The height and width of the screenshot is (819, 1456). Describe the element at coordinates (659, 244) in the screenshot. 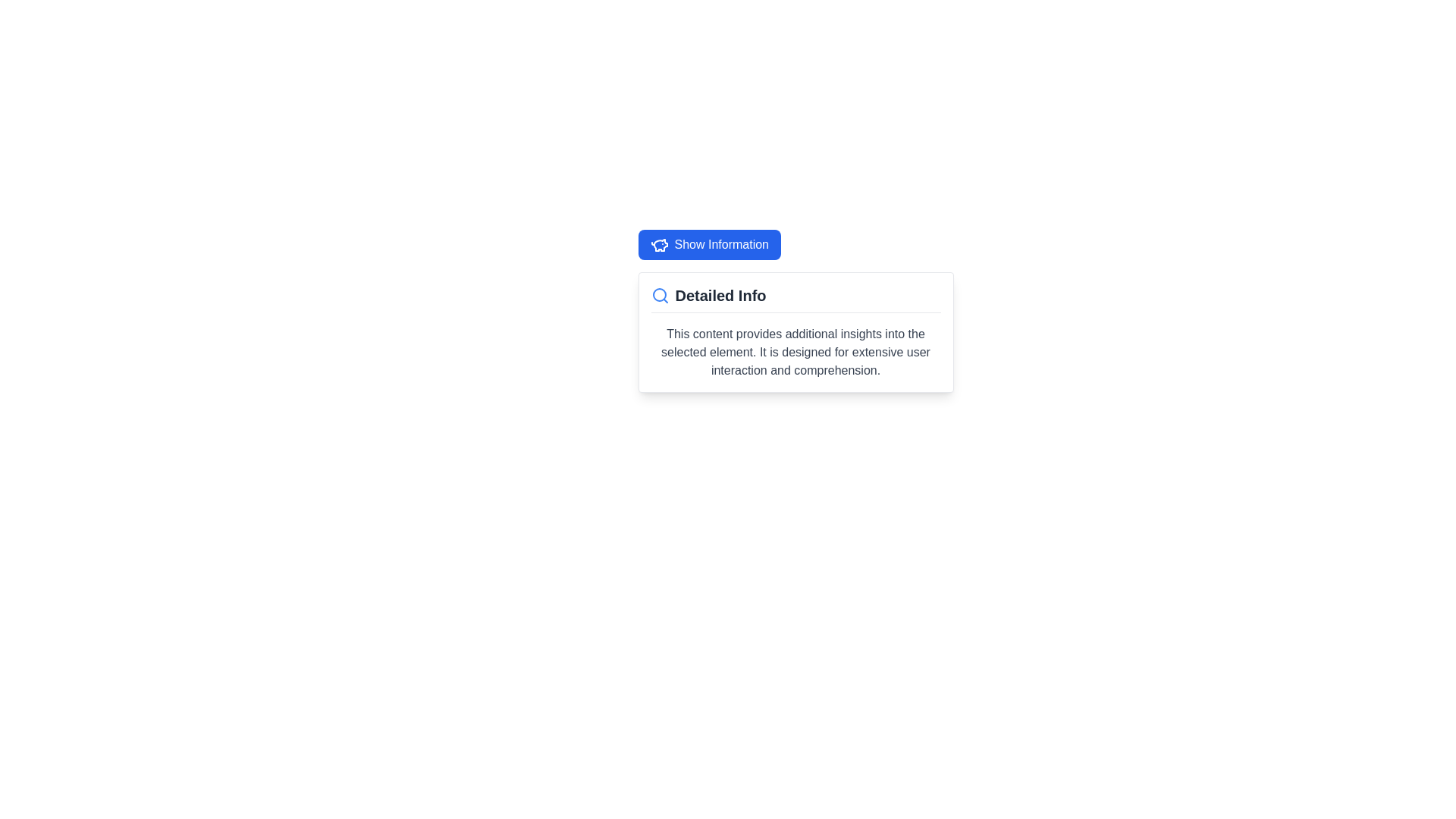

I see `piggy bank icon located to the left of the 'Show Information' button, which has a blue background and white stroke outline` at that location.